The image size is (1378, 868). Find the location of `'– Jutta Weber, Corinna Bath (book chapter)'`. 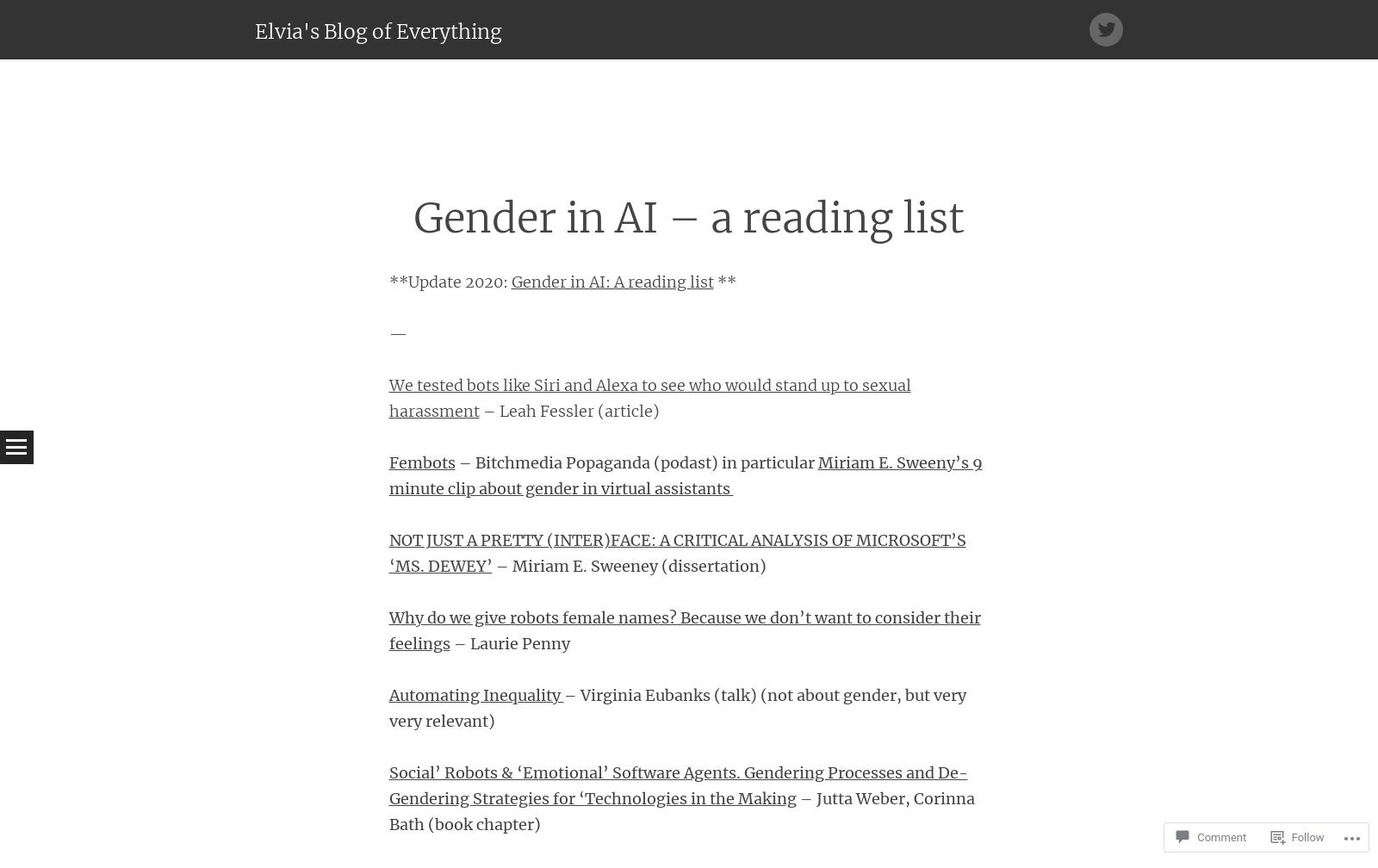

'– Jutta Weber, Corinna Bath (book chapter)' is located at coordinates (681, 811).